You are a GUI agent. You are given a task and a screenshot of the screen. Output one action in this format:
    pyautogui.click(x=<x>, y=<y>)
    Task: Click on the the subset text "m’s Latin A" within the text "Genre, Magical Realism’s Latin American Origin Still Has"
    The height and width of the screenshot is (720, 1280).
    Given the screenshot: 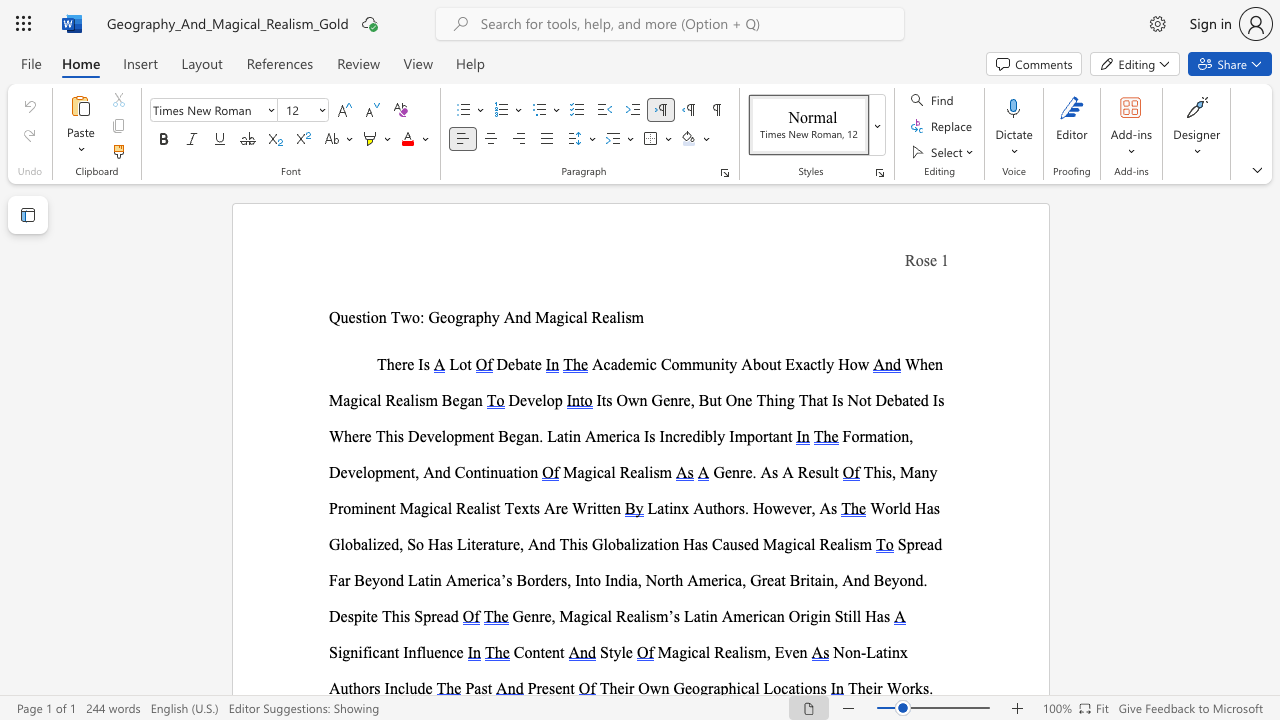 What is the action you would take?
    pyautogui.click(x=656, y=615)
    